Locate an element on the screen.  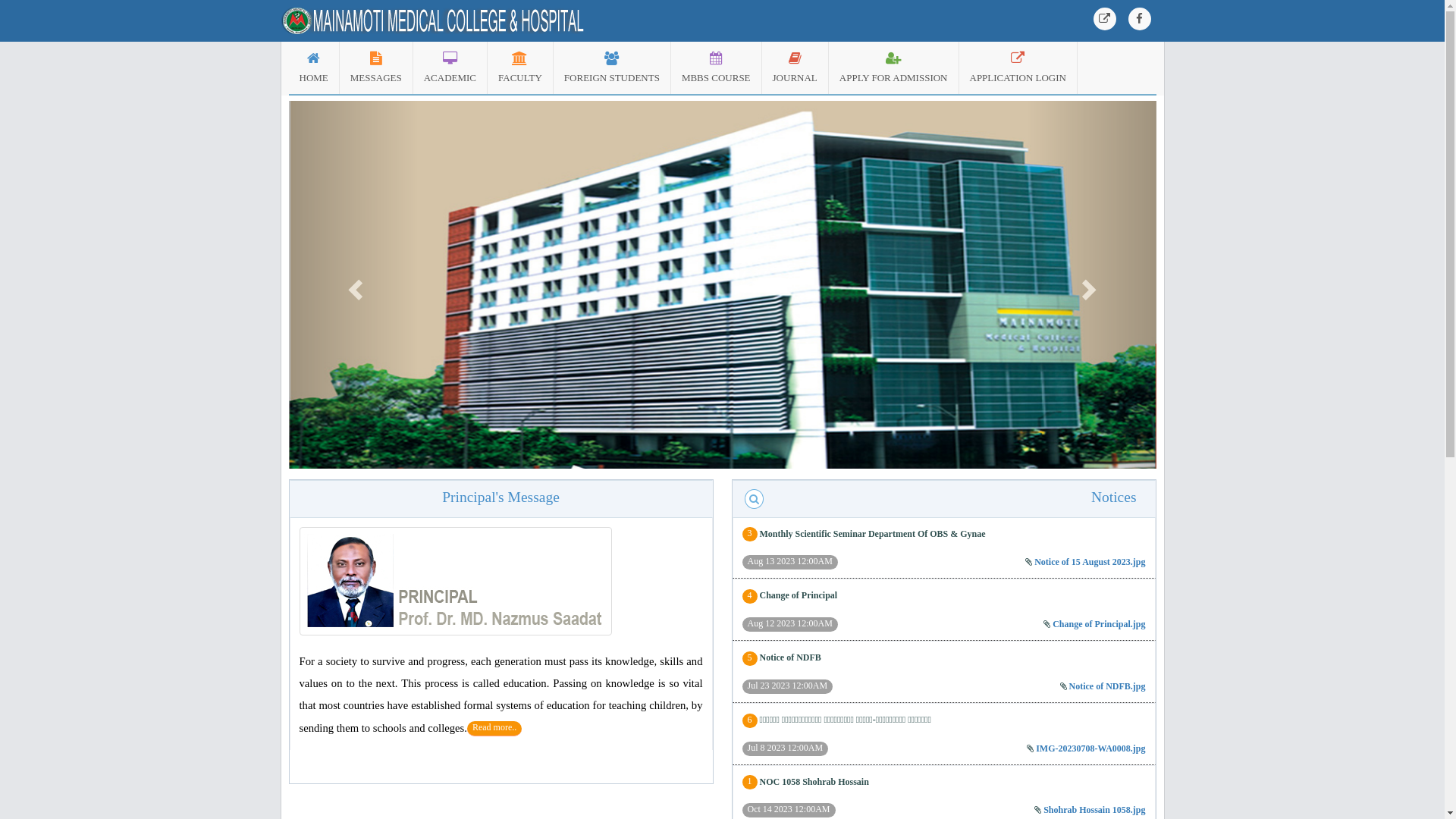
'JOURNAL' is located at coordinates (794, 67).